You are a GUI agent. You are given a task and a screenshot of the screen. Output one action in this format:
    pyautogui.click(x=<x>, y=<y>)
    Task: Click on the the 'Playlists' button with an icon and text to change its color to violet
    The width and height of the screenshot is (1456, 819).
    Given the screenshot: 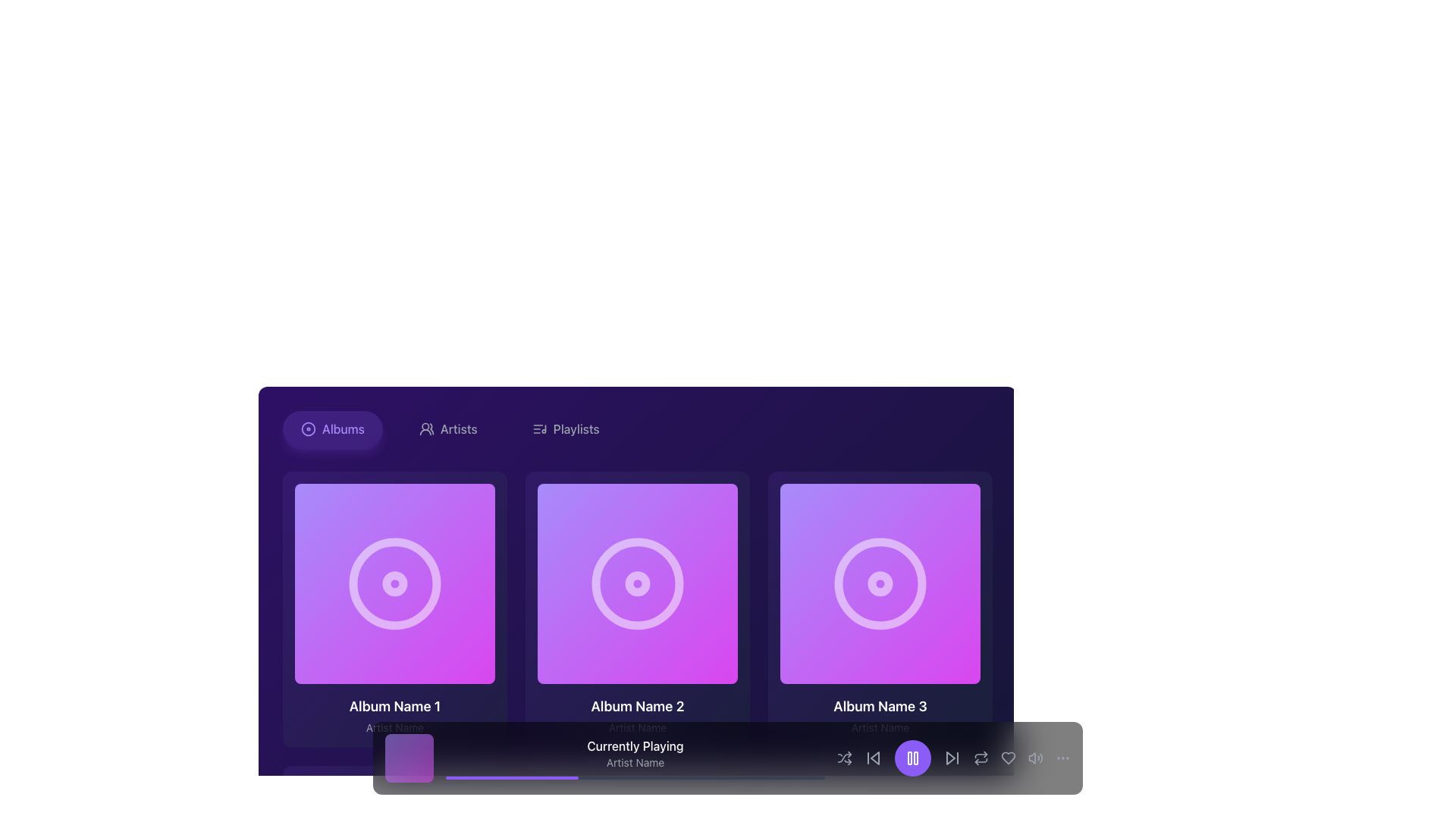 What is the action you would take?
    pyautogui.click(x=565, y=429)
    